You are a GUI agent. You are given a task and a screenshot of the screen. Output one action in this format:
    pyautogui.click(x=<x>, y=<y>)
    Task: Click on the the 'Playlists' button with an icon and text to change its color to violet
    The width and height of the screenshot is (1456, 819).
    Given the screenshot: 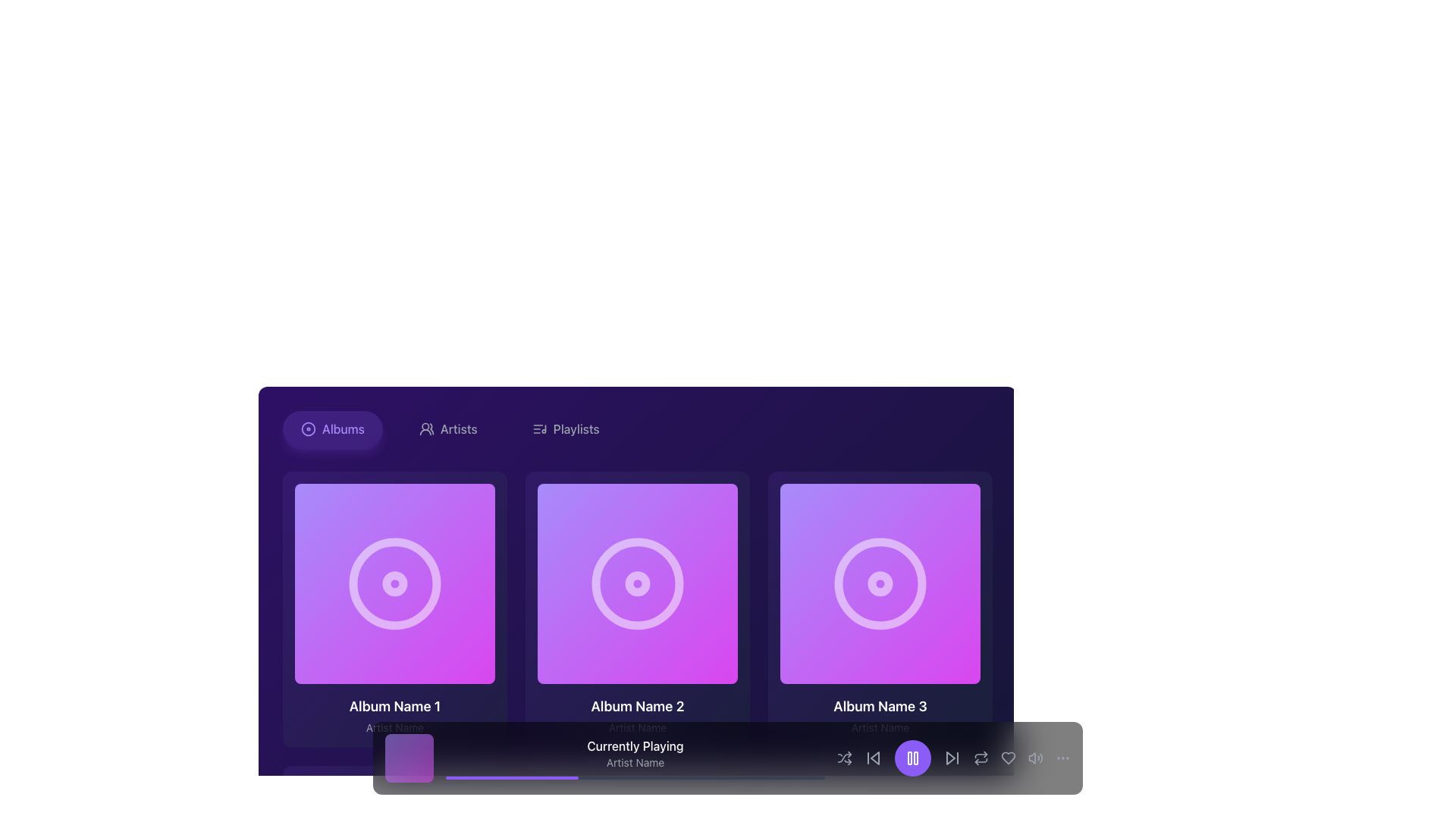 What is the action you would take?
    pyautogui.click(x=565, y=429)
    